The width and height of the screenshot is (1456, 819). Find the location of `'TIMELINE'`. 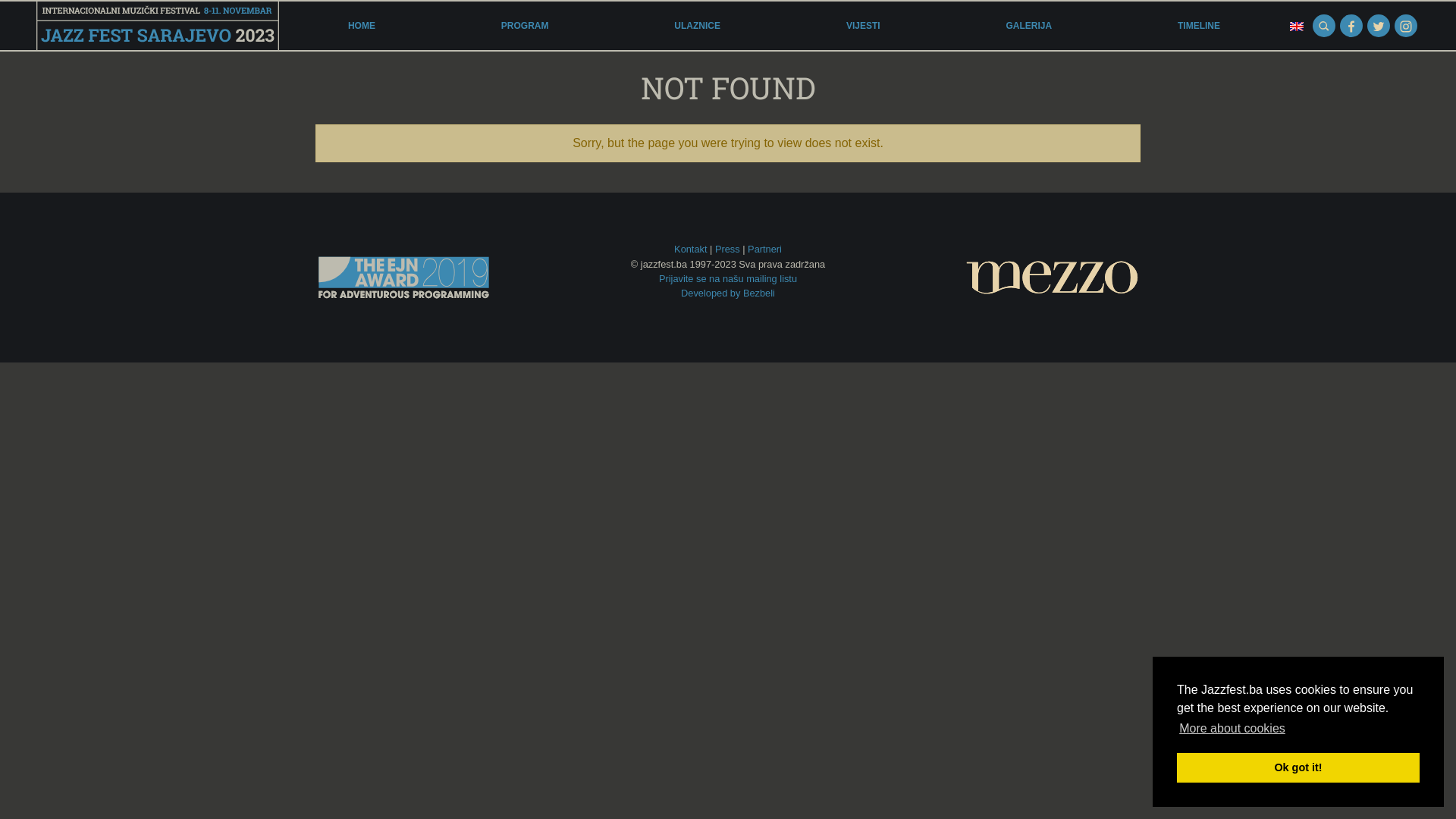

'TIMELINE' is located at coordinates (1197, 26).